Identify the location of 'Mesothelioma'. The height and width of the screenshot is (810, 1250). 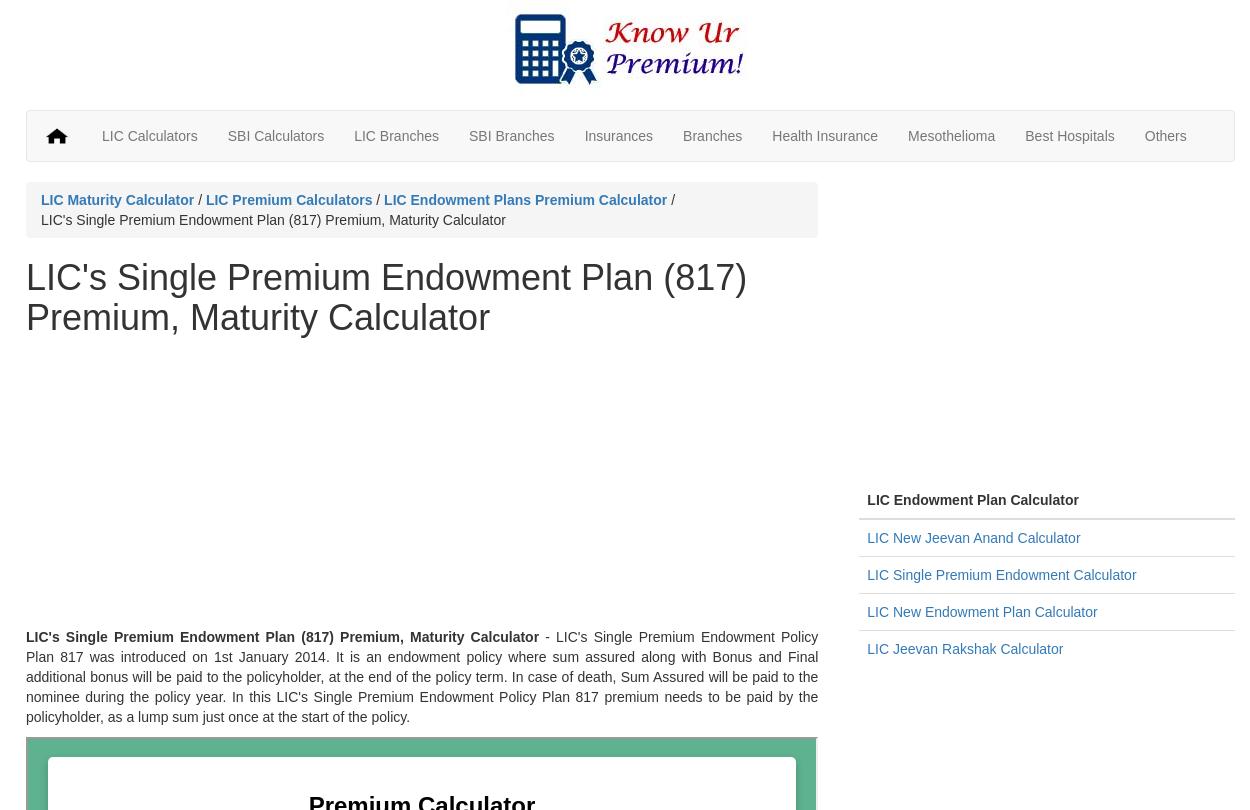
(950, 135).